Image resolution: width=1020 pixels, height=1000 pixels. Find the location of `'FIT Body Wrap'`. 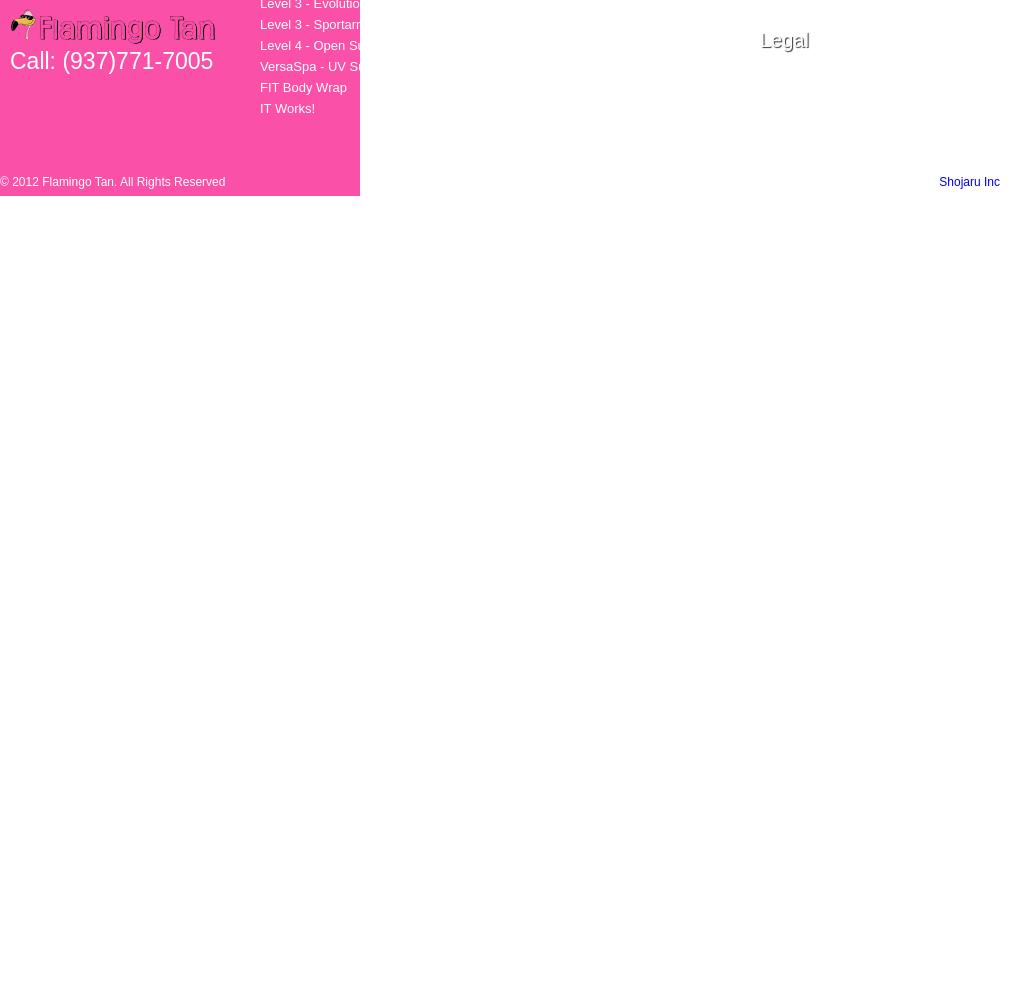

'FIT Body Wrap' is located at coordinates (303, 86).